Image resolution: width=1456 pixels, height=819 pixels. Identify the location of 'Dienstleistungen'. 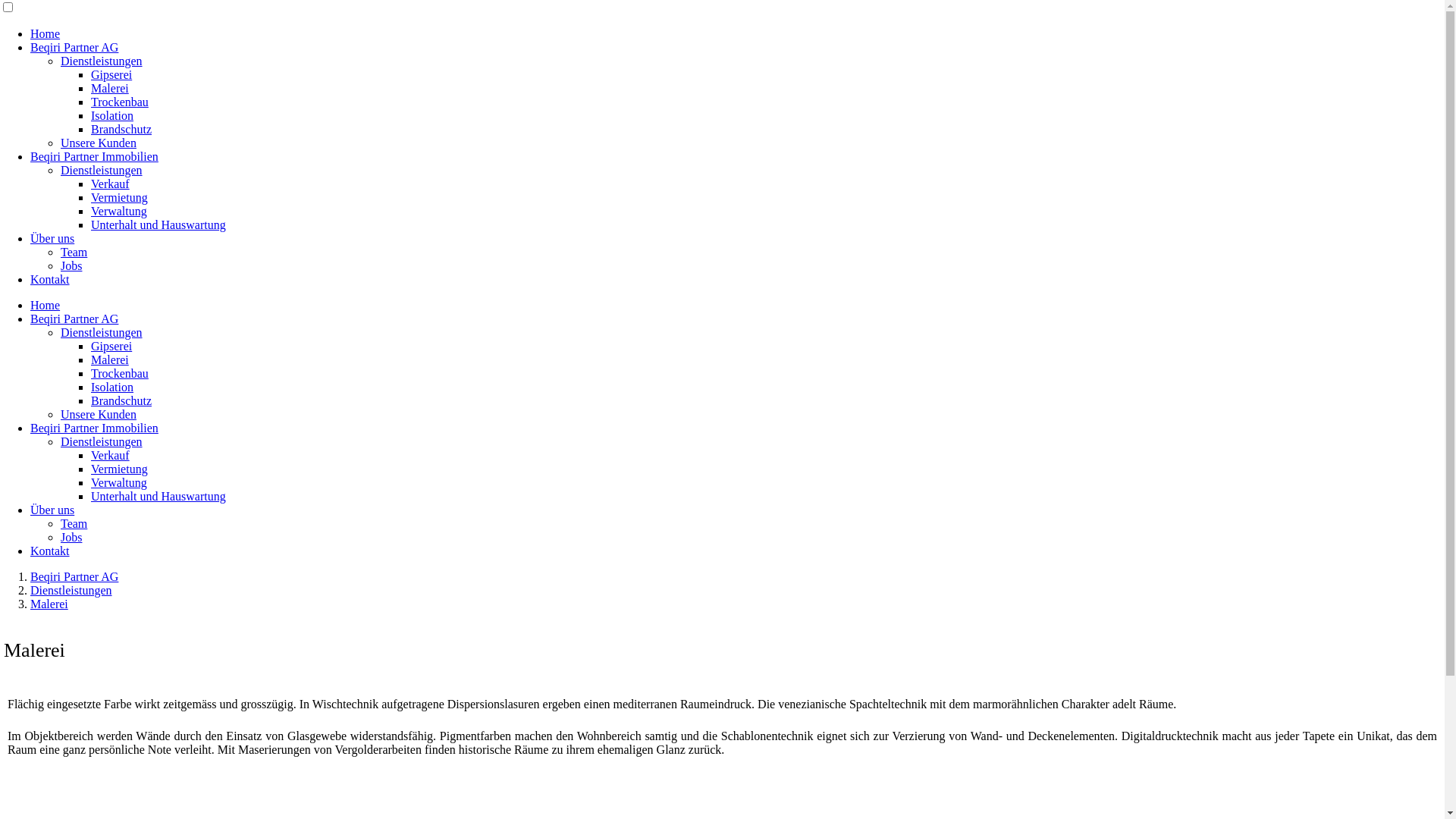
(101, 170).